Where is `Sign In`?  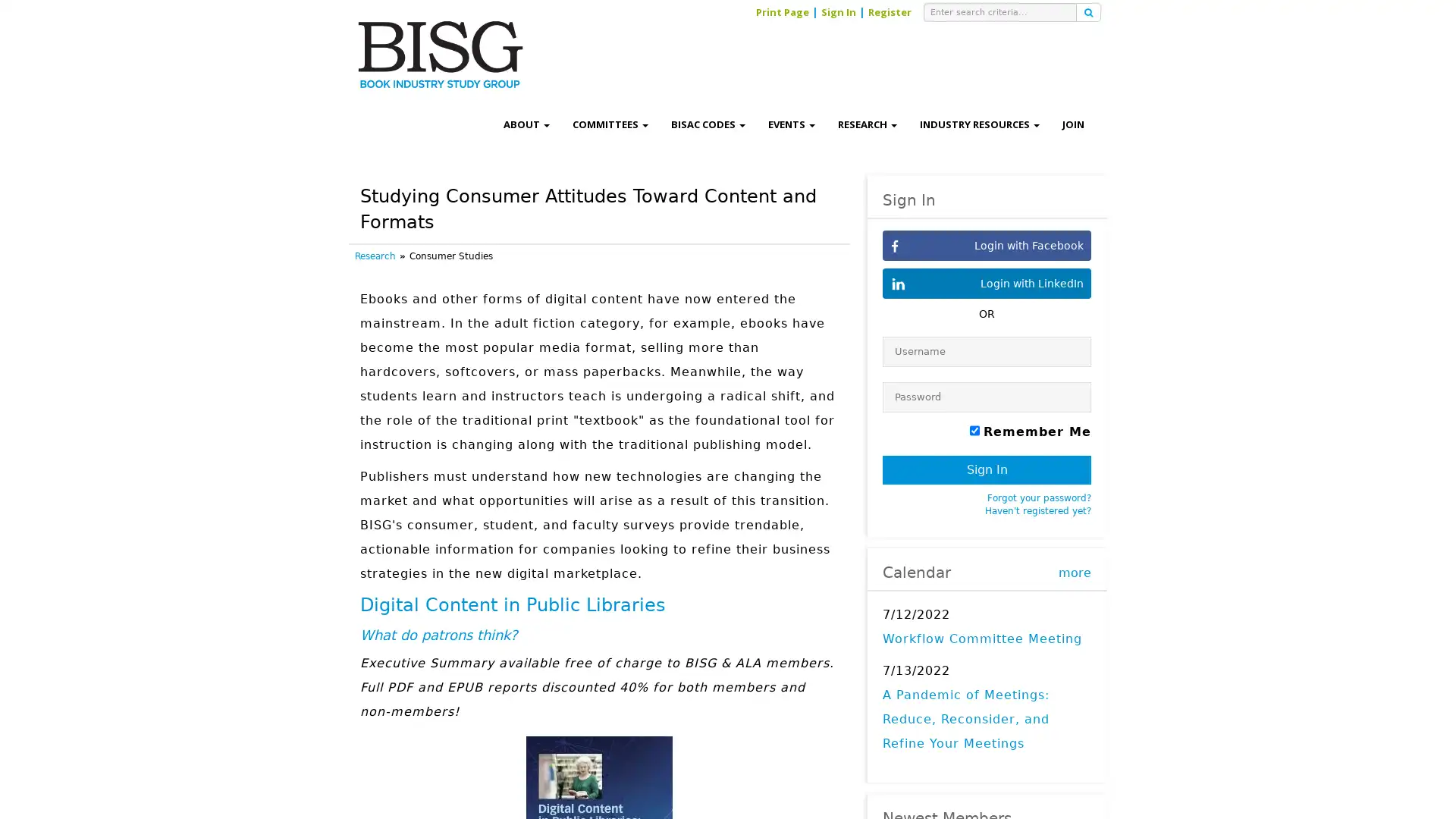 Sign In is located at coordinates (986, 469).